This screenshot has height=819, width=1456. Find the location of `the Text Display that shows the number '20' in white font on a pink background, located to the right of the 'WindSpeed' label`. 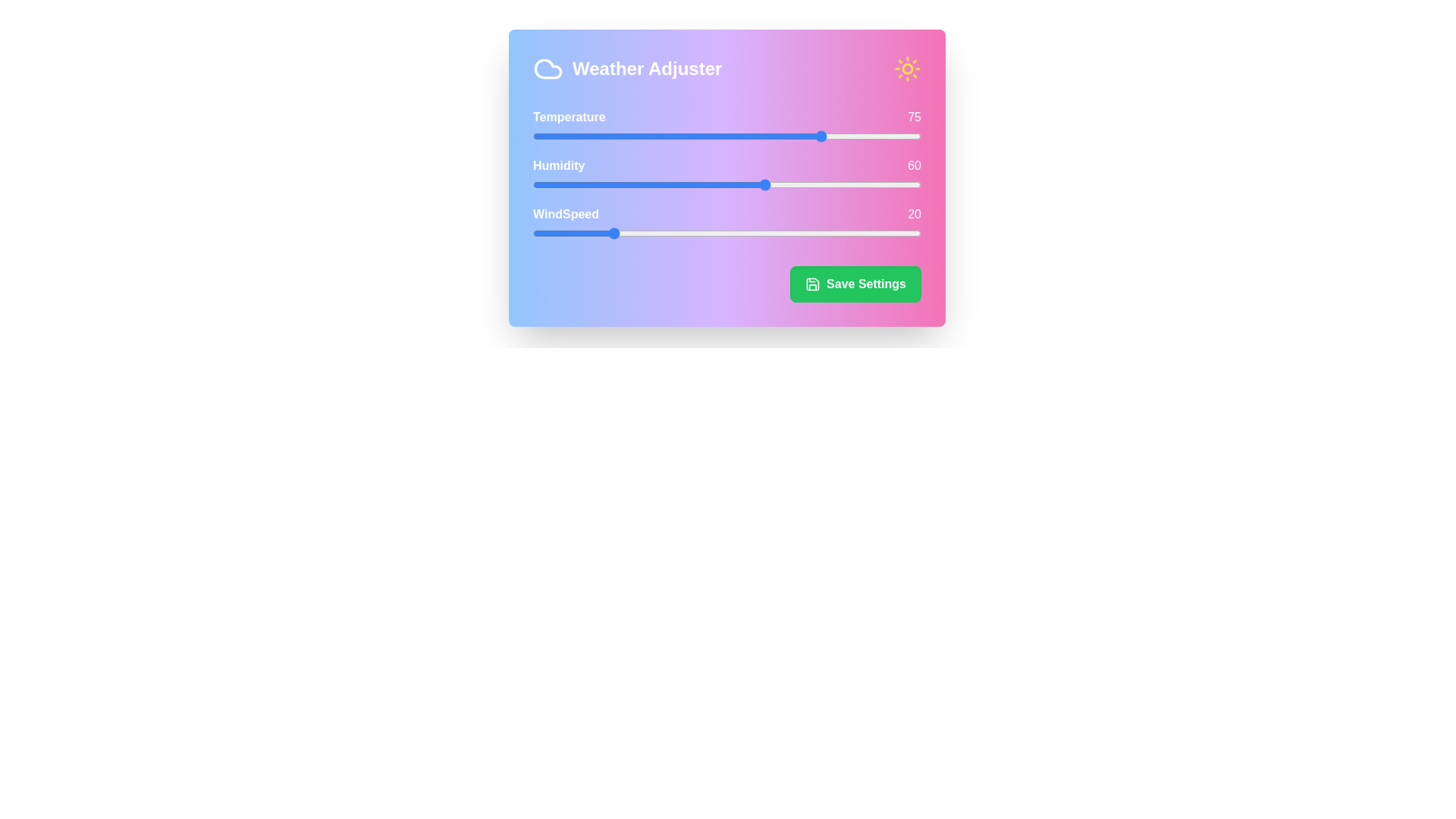

the Text Display that shows the number '20' in white font on a pink background, located to the right of the 'WindSpeed' label is located at coordinates (914, 214).